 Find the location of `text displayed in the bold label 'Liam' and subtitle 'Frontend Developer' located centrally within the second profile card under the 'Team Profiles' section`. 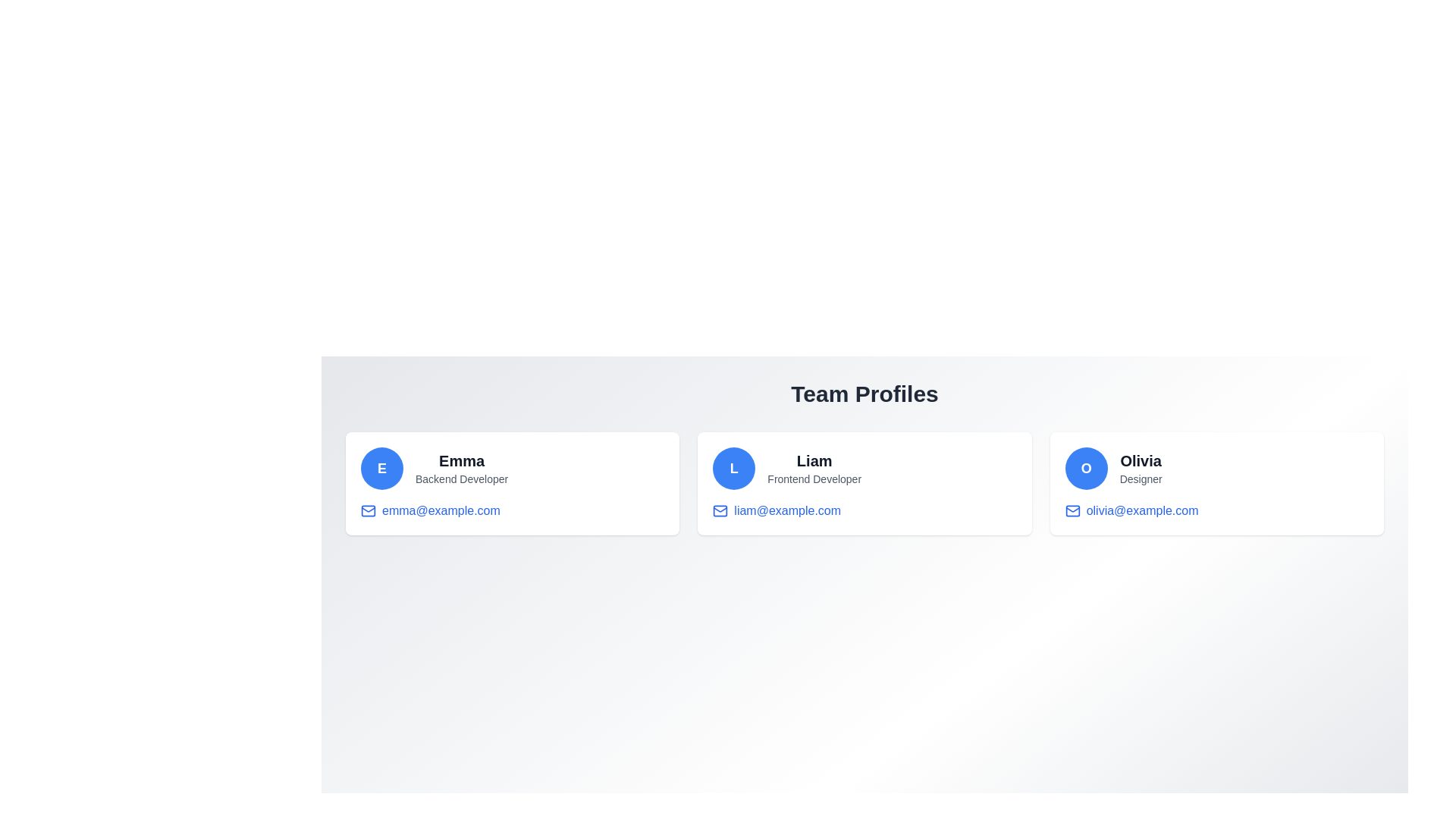

text displayed in the bold label 'Liam' and subtitle 'Frontend Developer' located centrally within the second profile card under the 'Team Profiles' section is located at coordinates (814, 467).